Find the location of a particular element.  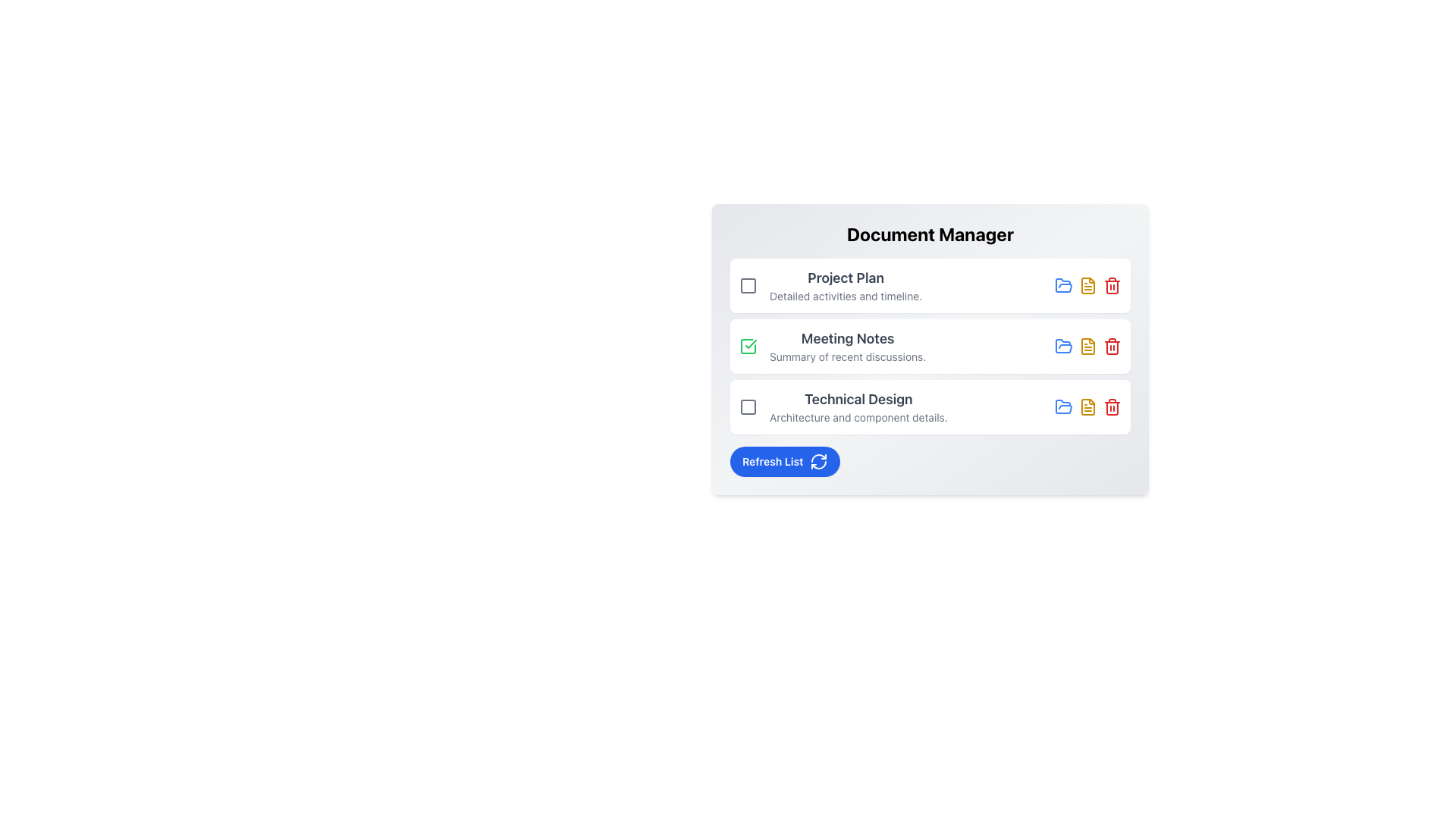

the middle text-based list entry titled 'Meeting Notes' is located at coordinates (832, 346).